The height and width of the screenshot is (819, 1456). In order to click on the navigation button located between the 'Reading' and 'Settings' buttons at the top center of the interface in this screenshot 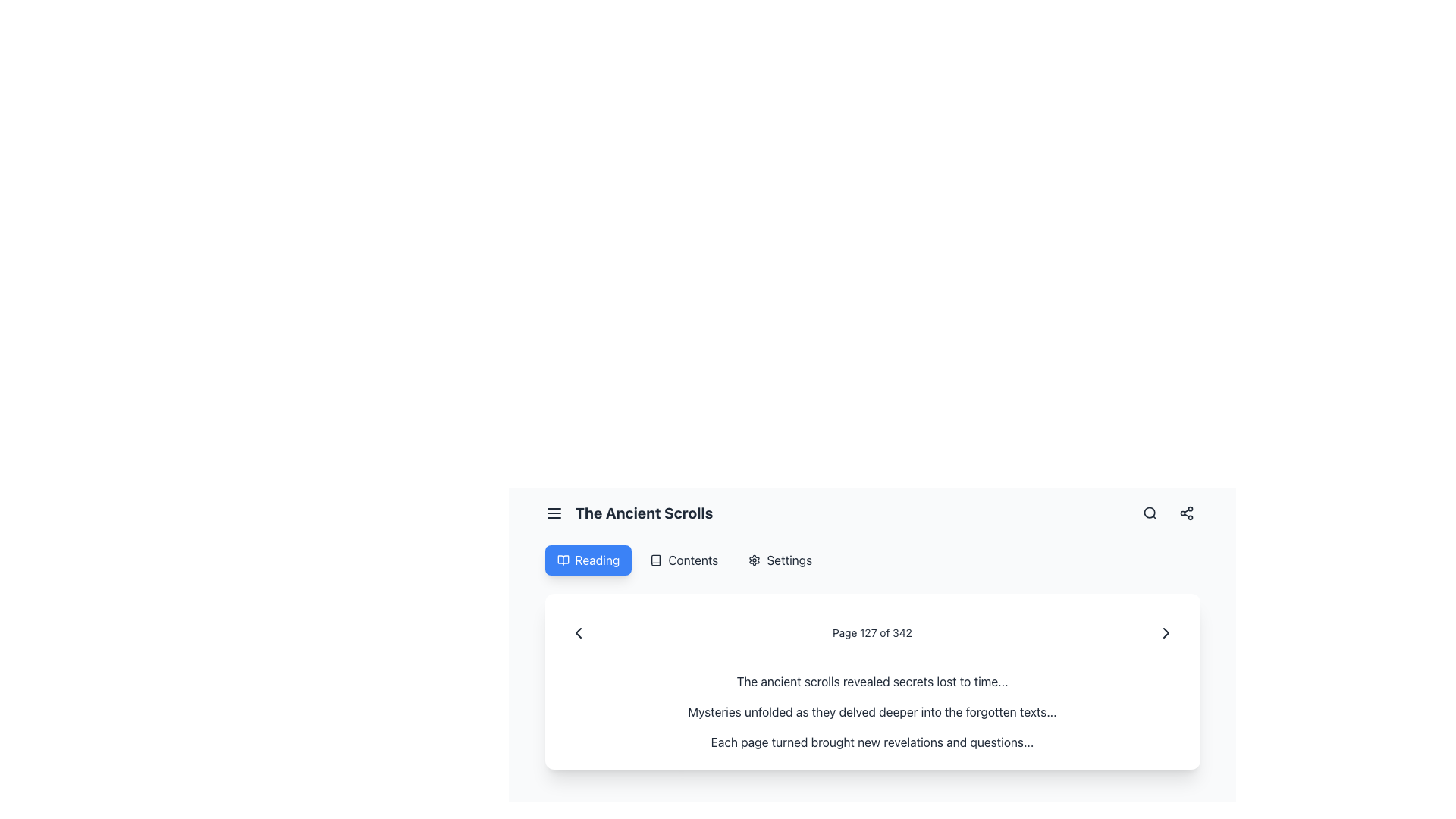, I will do `click(683, 560)`.